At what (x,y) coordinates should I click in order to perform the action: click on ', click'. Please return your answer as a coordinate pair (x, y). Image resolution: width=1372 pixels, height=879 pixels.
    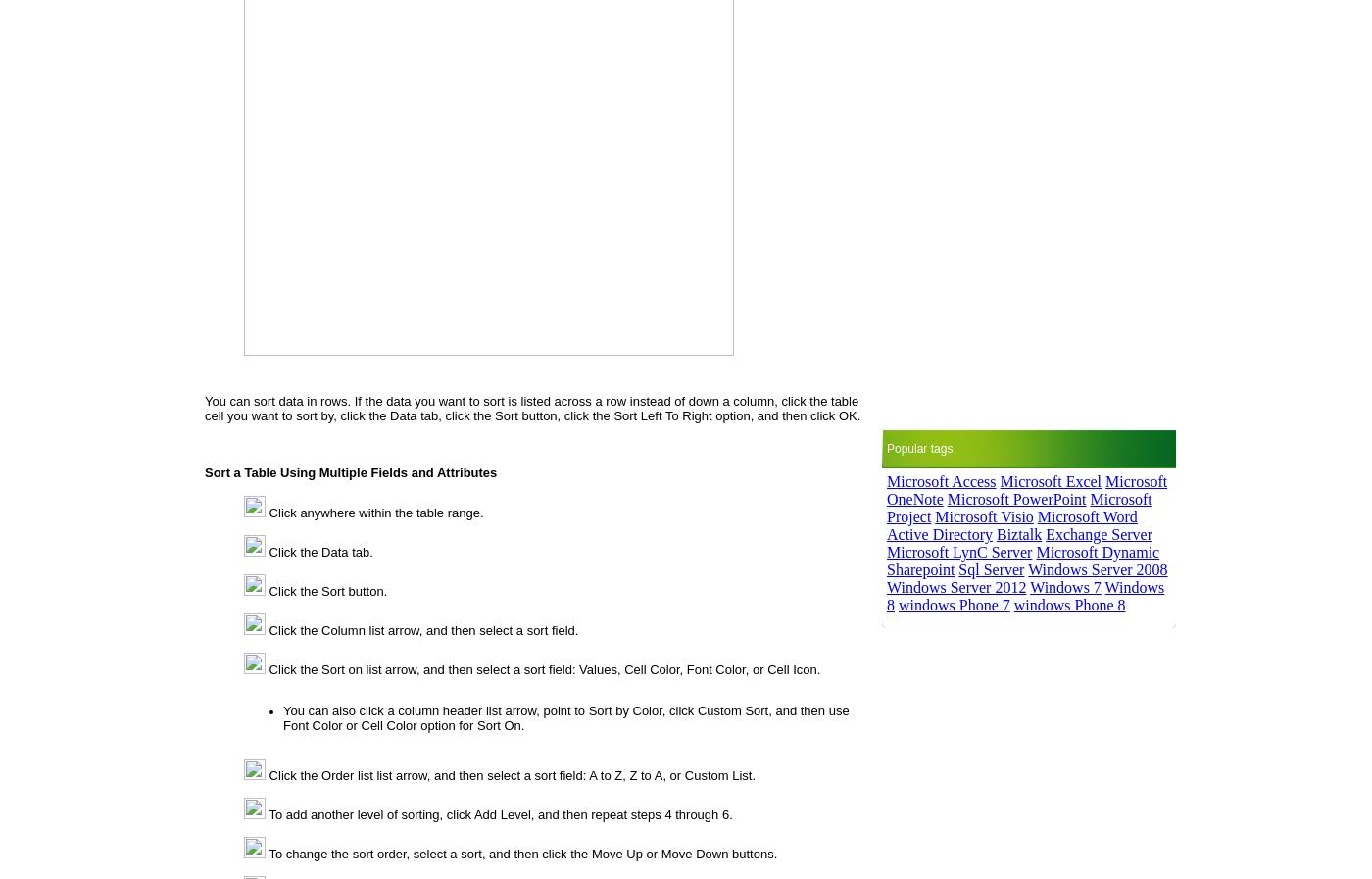
    Looking at the image, I should click on (679, 709).